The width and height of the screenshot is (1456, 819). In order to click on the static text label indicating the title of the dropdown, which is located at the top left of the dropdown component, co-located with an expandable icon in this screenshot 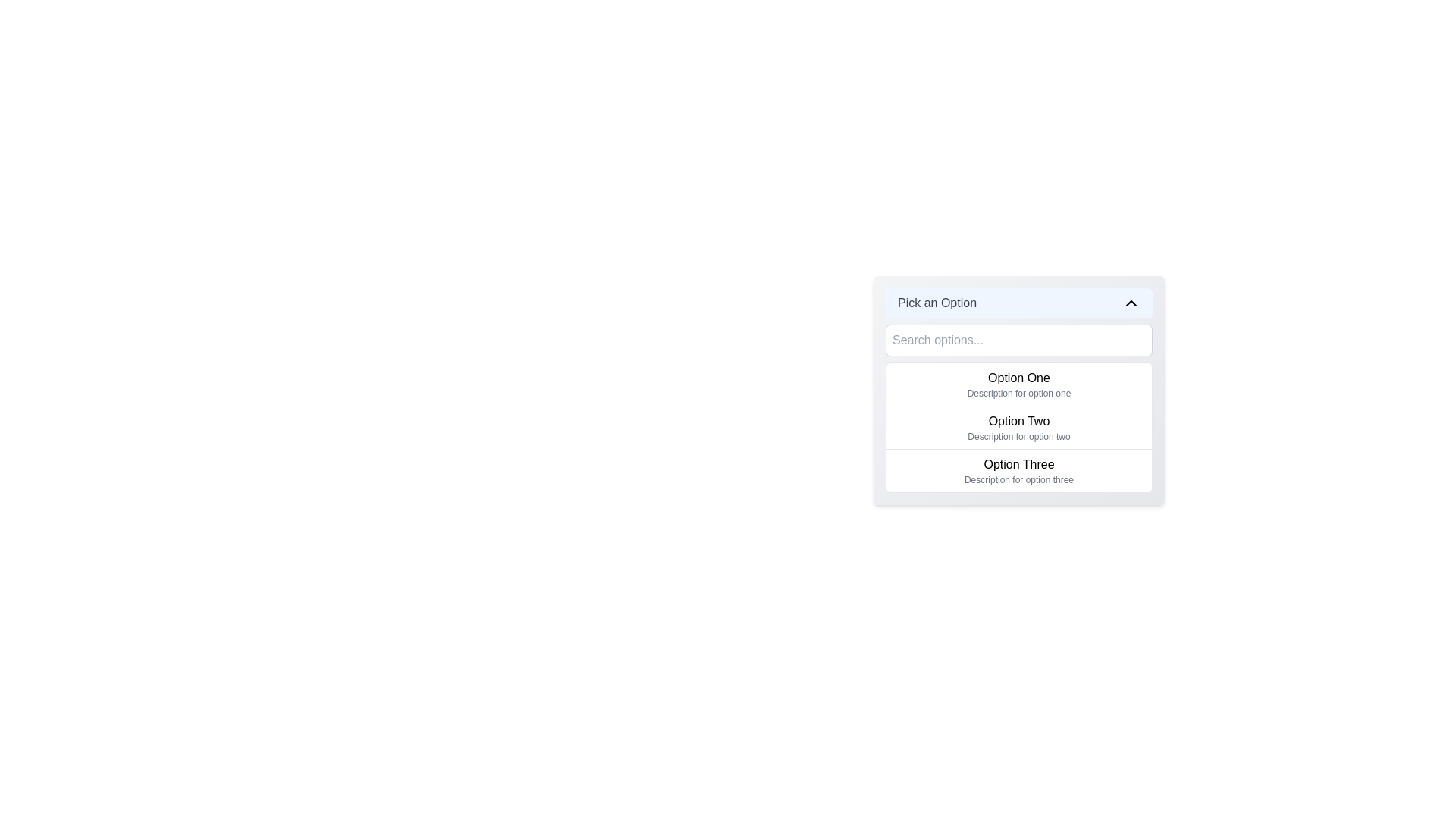, I will do `click(937, 303)`.